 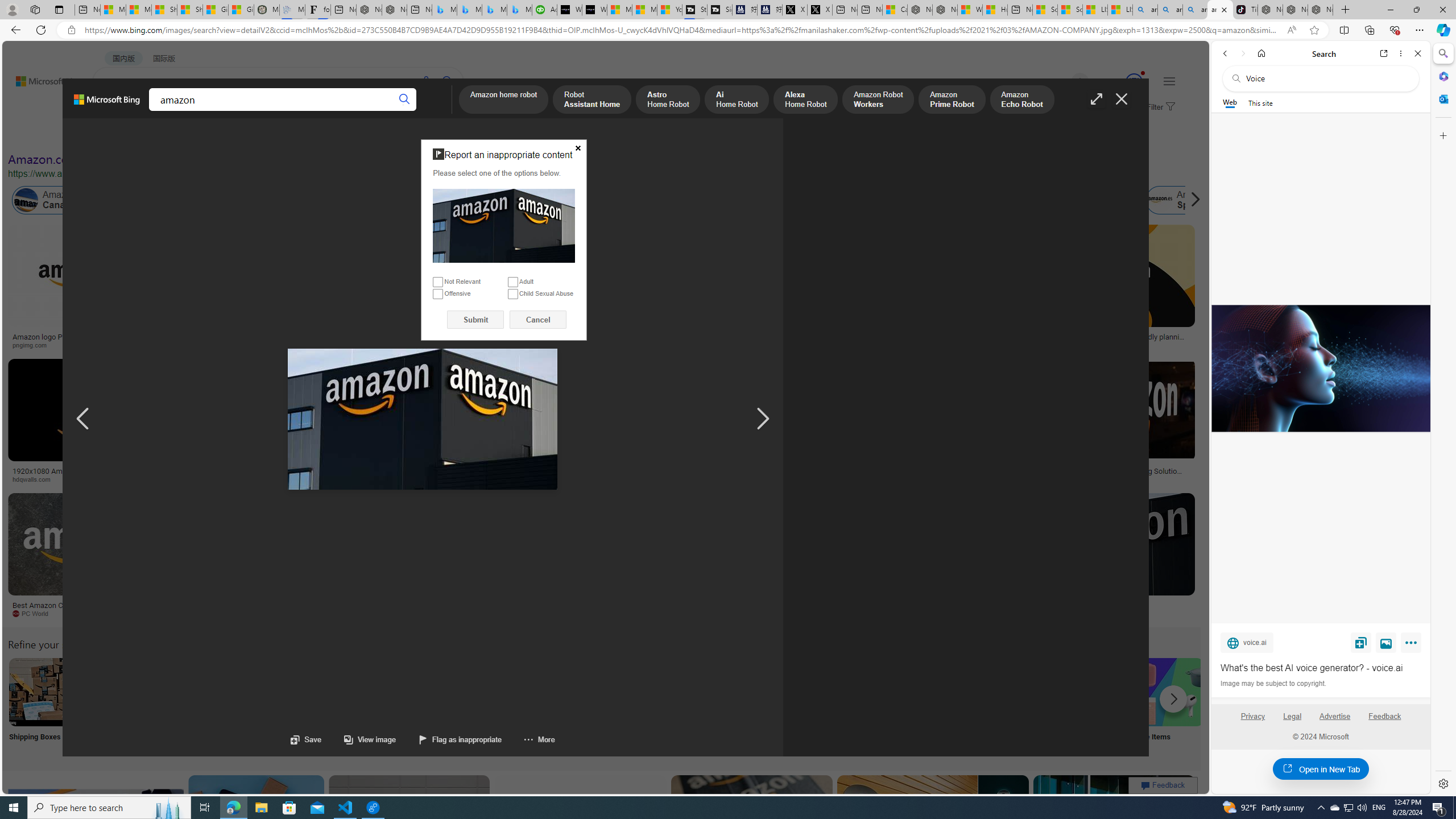 What do you see at coordinates (65, 200) in the screenshot?
I see `'Amazon Canada Online'` at bounding box center [65, 200].